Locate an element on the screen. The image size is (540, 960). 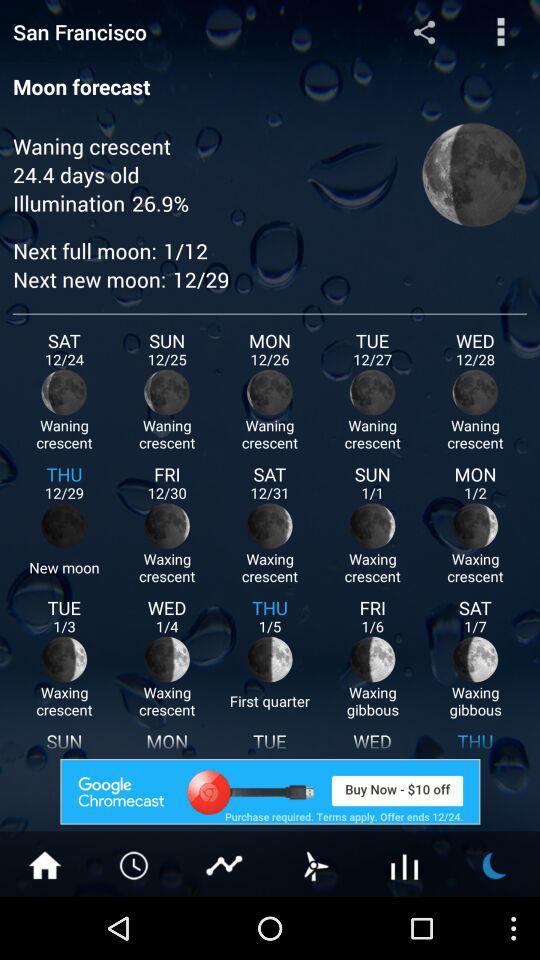
the share icon is located at coordinates (423, 33).